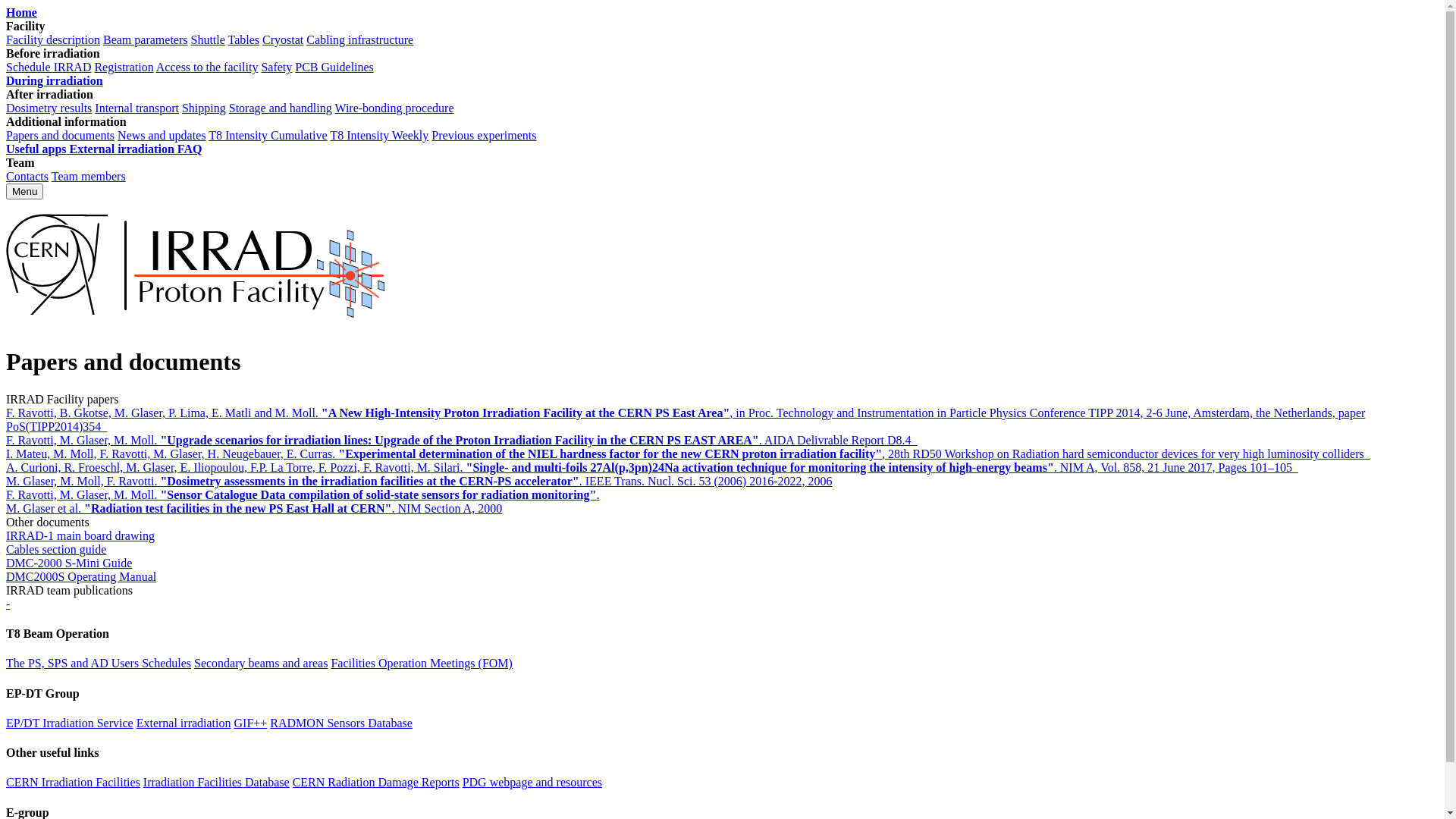  What do you see at coordinates (143, 782) in the screenshot?
I see `'Irradiation Facilities Database'` at bounding box center [143, 782].